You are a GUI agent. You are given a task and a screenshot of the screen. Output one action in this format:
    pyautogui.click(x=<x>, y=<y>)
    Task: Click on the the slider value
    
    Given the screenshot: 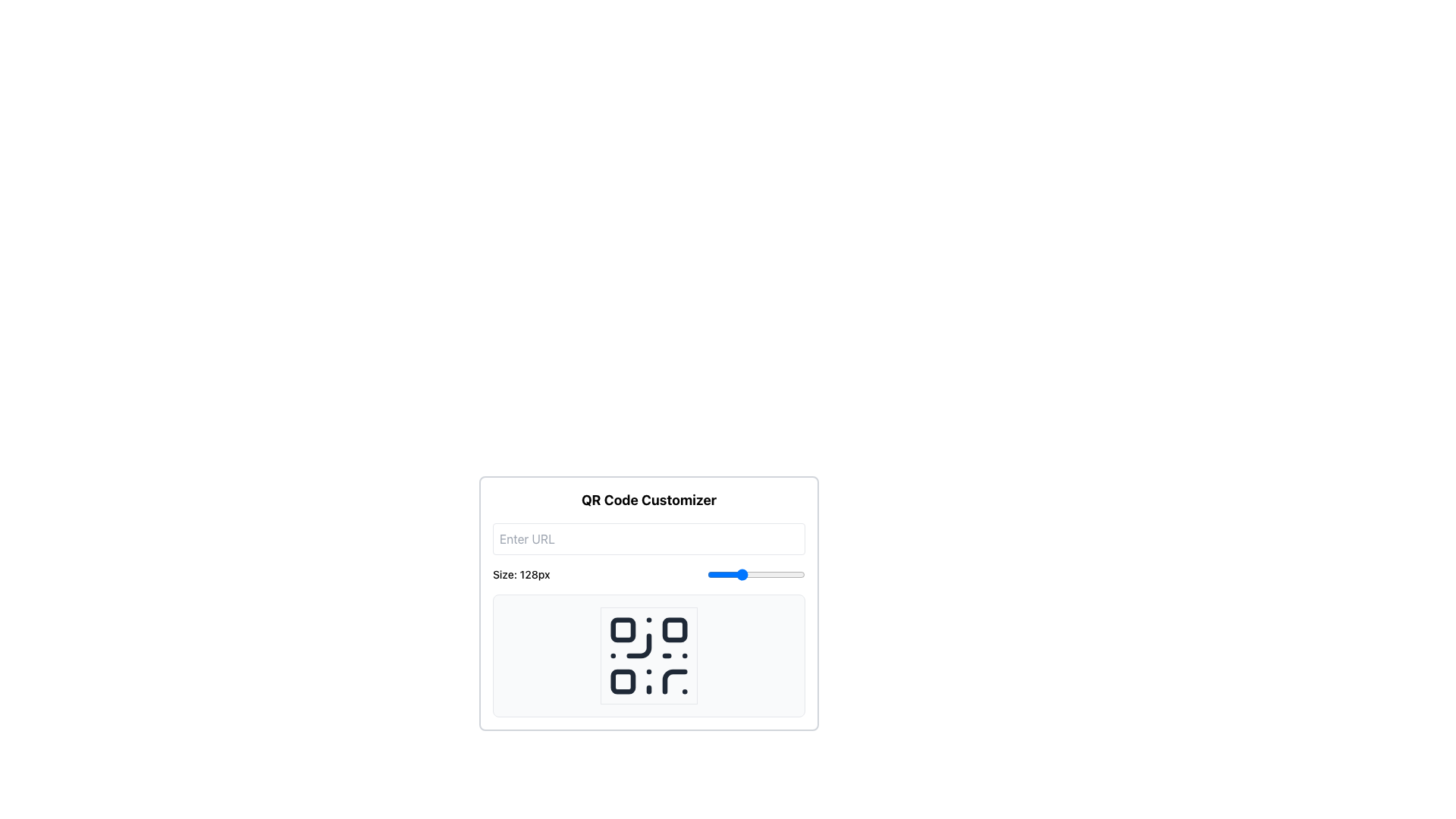 What is the action you would take?
    pyautogui.click(x=750, y=575)
    